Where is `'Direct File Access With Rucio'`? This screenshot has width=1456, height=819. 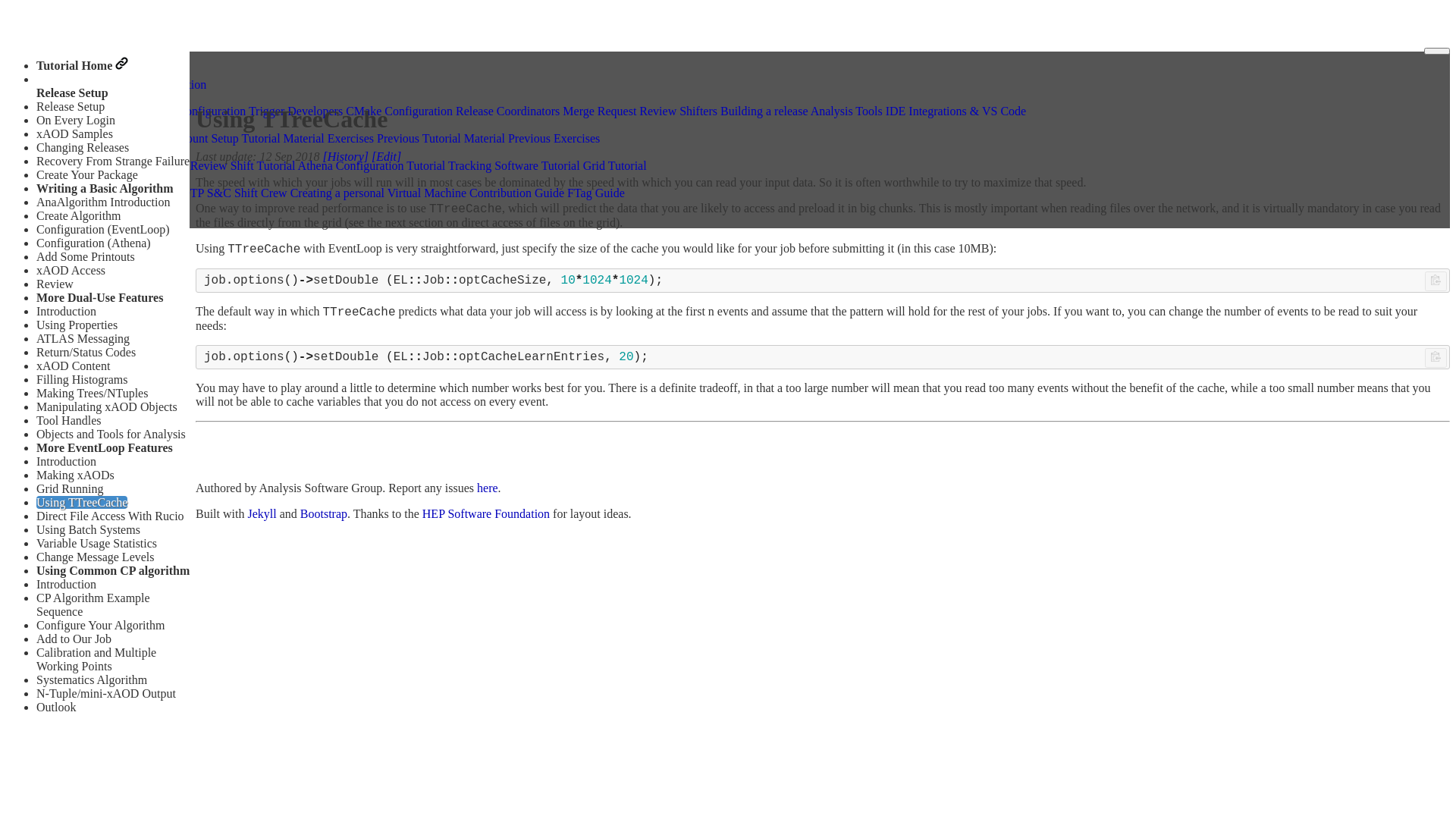 'Direct File Access With Rucio' is located at coordinates (109, 515).